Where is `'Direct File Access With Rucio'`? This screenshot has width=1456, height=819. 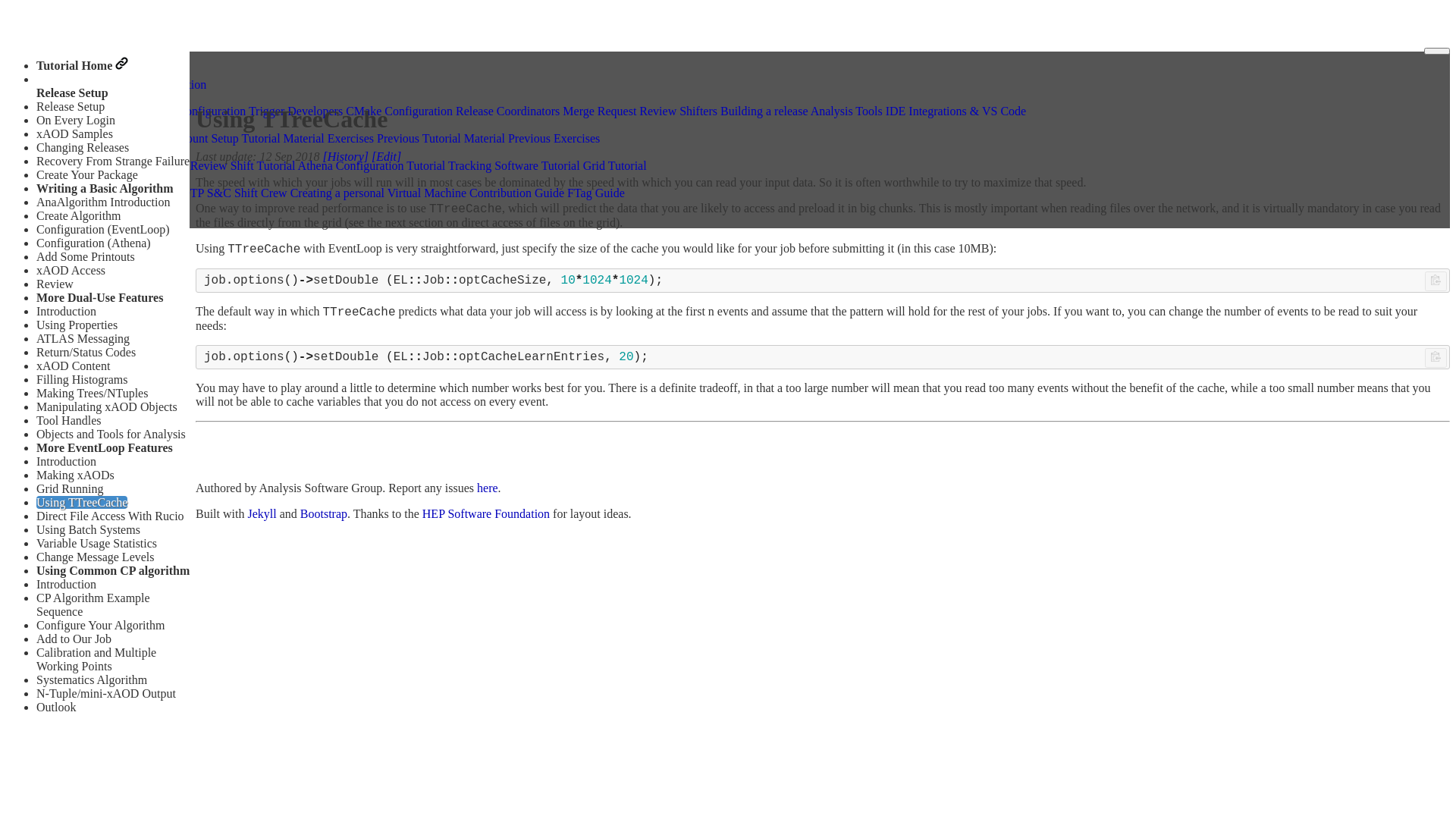 'Direct File Access With Rucio' is located at coordinates (109, 515).